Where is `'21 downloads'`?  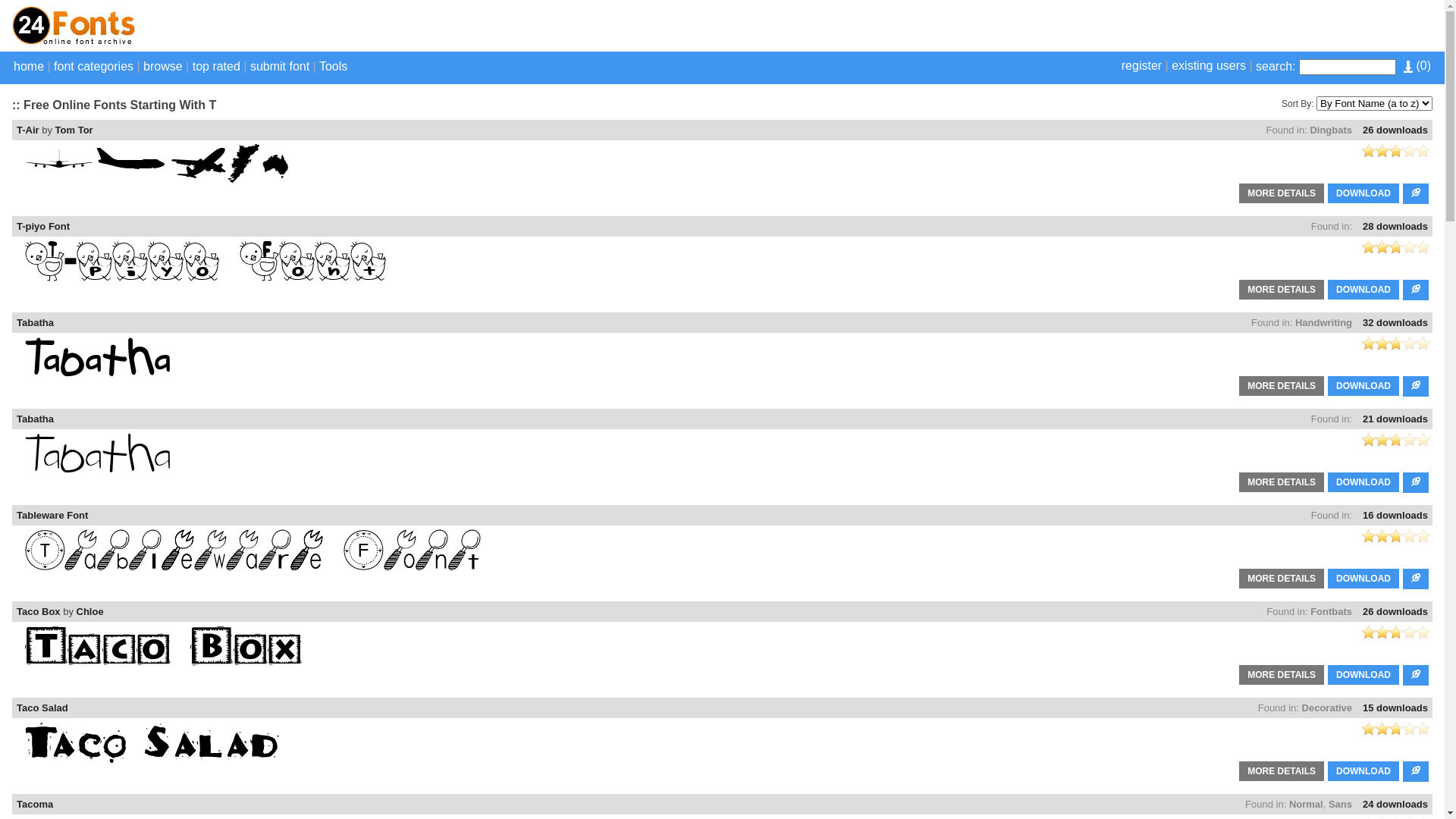 '21 downloads' is located at coordinates (1395, 419).